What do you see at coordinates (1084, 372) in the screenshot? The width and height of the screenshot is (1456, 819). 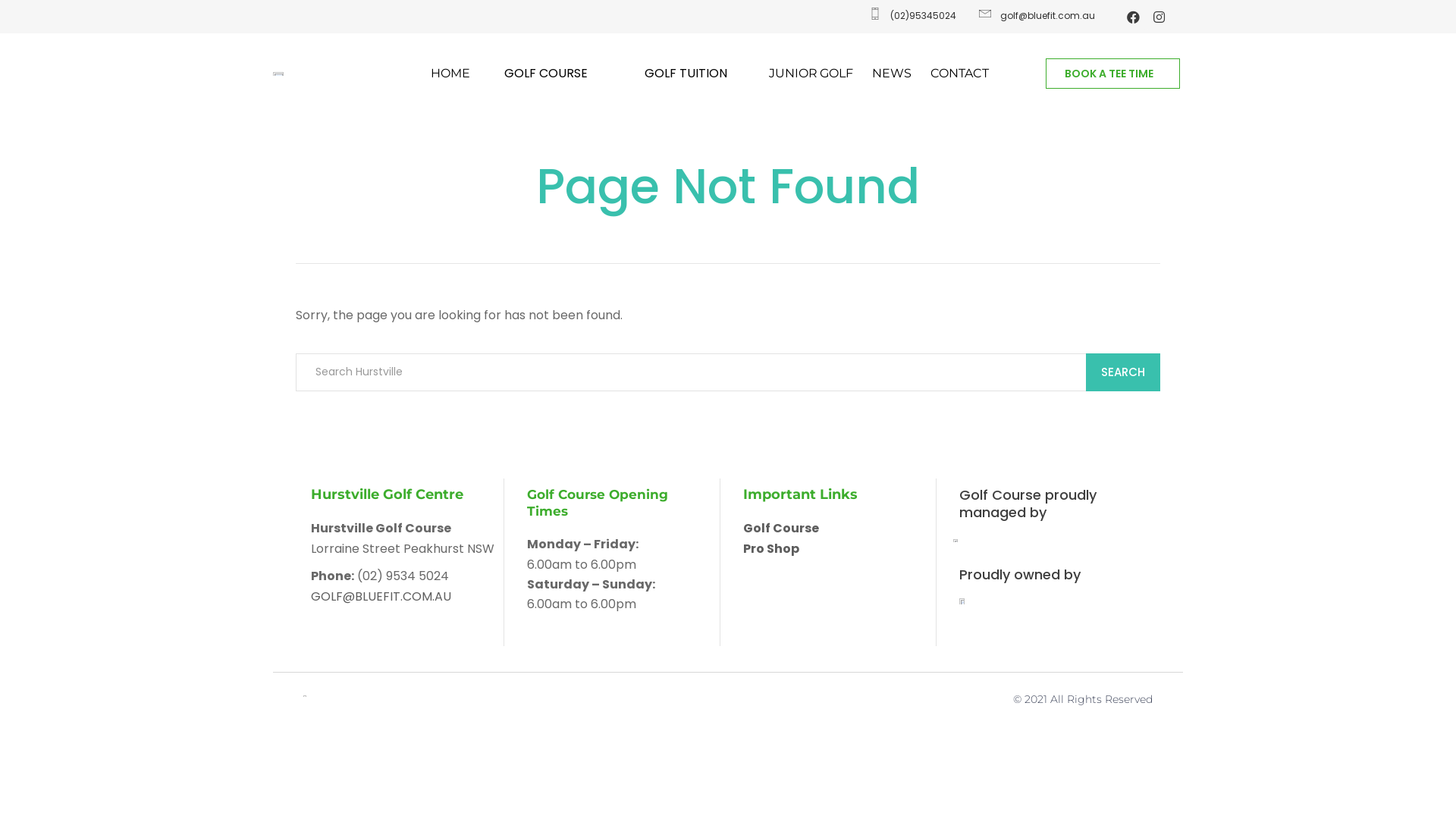 I see `'SEARCH'` at bounding box center [1084, 372].